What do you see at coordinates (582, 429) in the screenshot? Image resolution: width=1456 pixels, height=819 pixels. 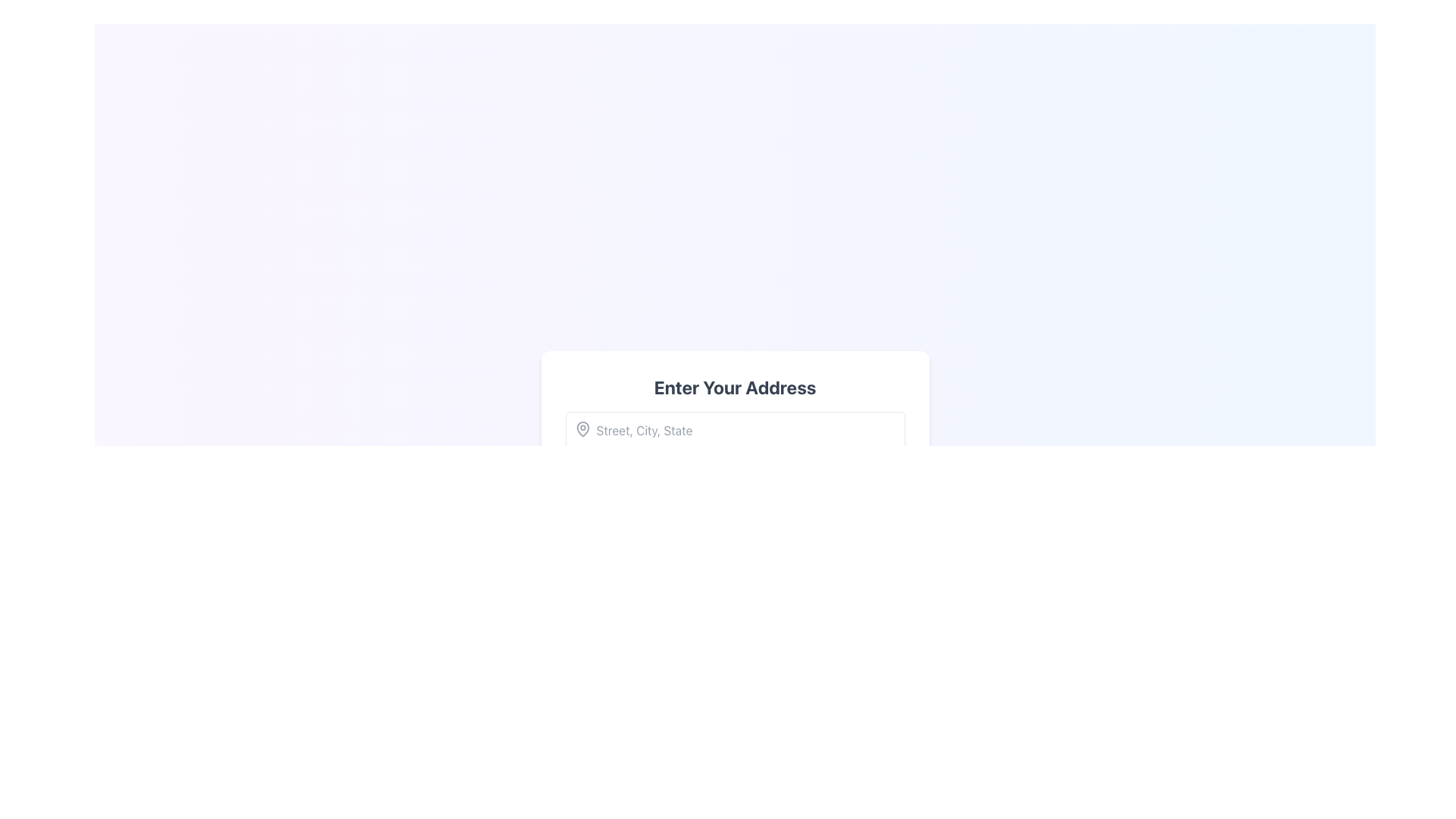 I see `the map pin icon located at the top-left corner of the text input field, which is styled with a simple outline and a rounded shape associated with location markers` at bounding box center [582, 429].